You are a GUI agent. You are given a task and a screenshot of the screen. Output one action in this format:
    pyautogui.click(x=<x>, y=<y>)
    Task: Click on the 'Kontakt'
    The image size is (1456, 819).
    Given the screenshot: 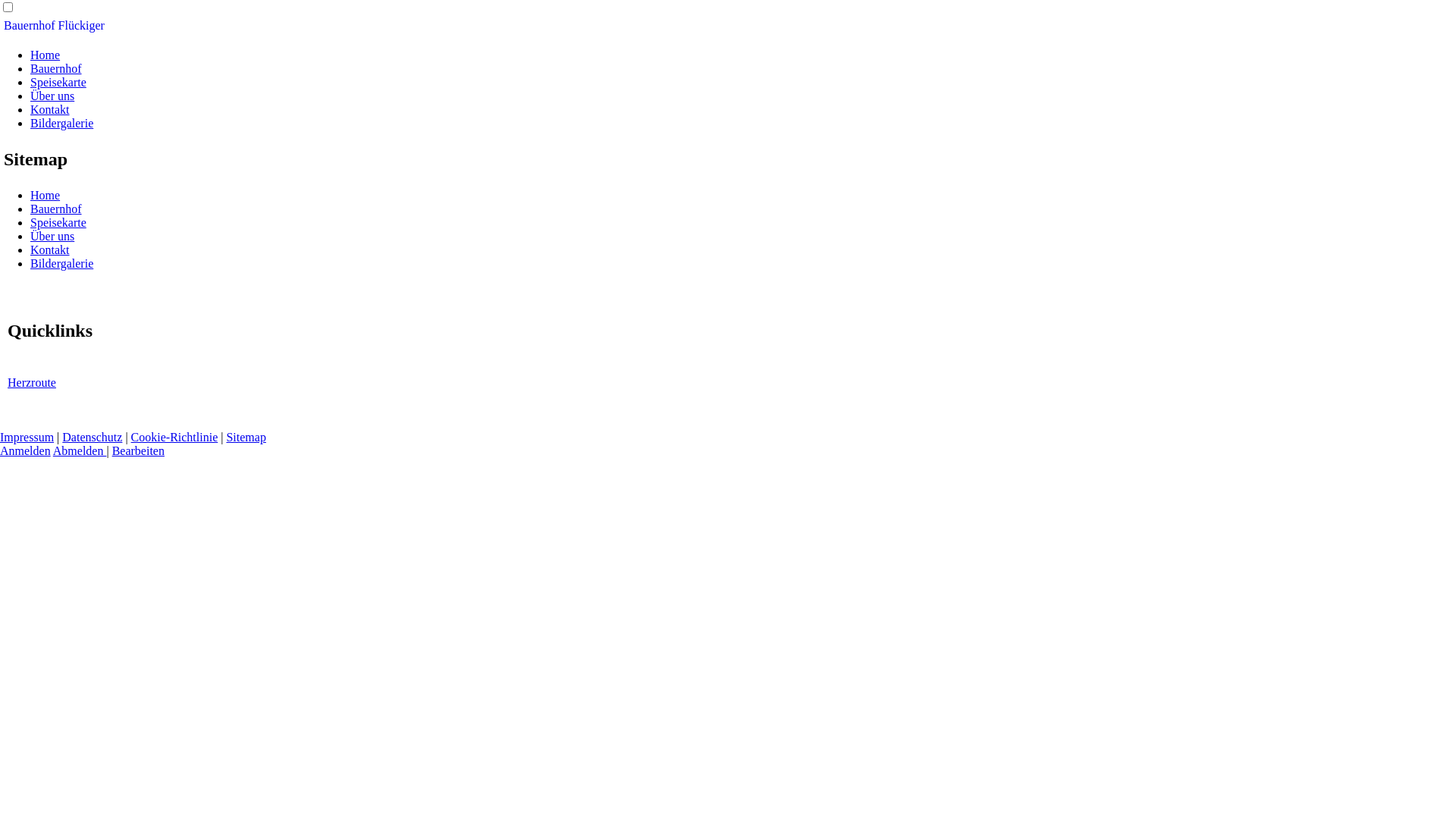 What is the action you would take?
    pyautogui.click(x=50, y=108)
    